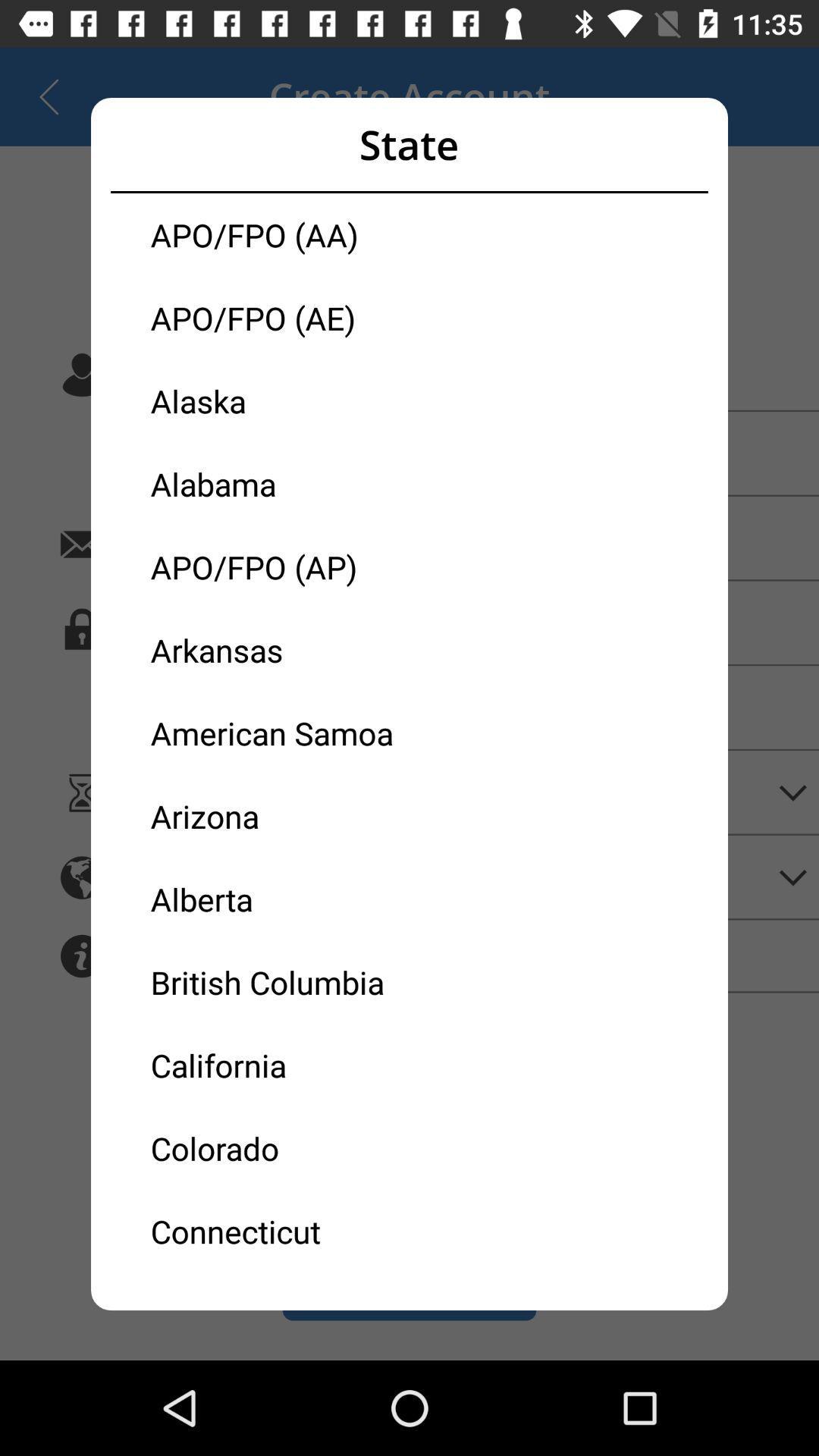 This screenshot has height=1456, width=819. I want to click on the item above the american samoa item, so click(280, 650).